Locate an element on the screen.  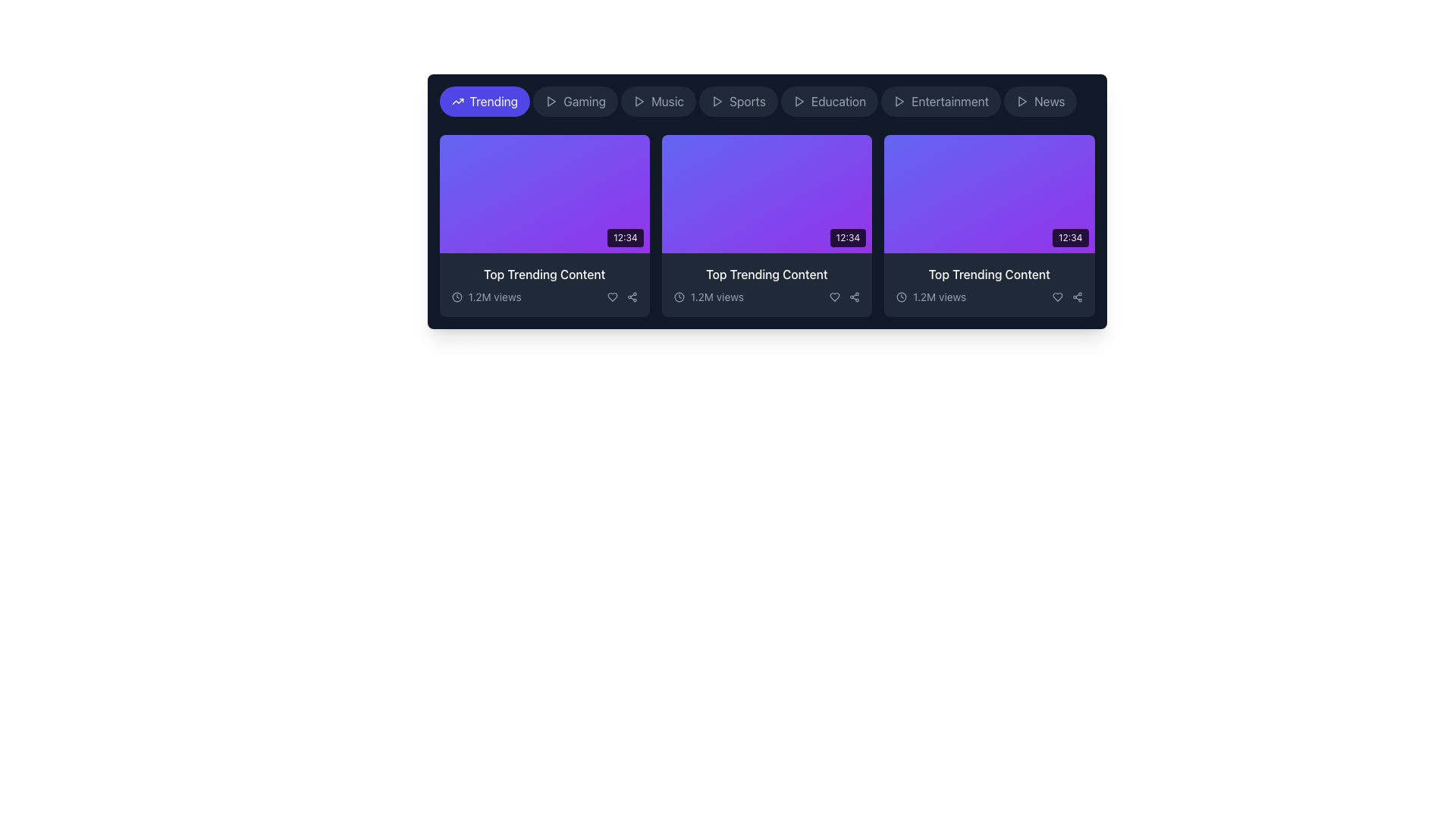
view count information from the text label displaying '1.2M views', which is styled in light color against a dark background and positioned near a clock icon below the 'Top Trending Content' card is located at coordinates (716, 297).